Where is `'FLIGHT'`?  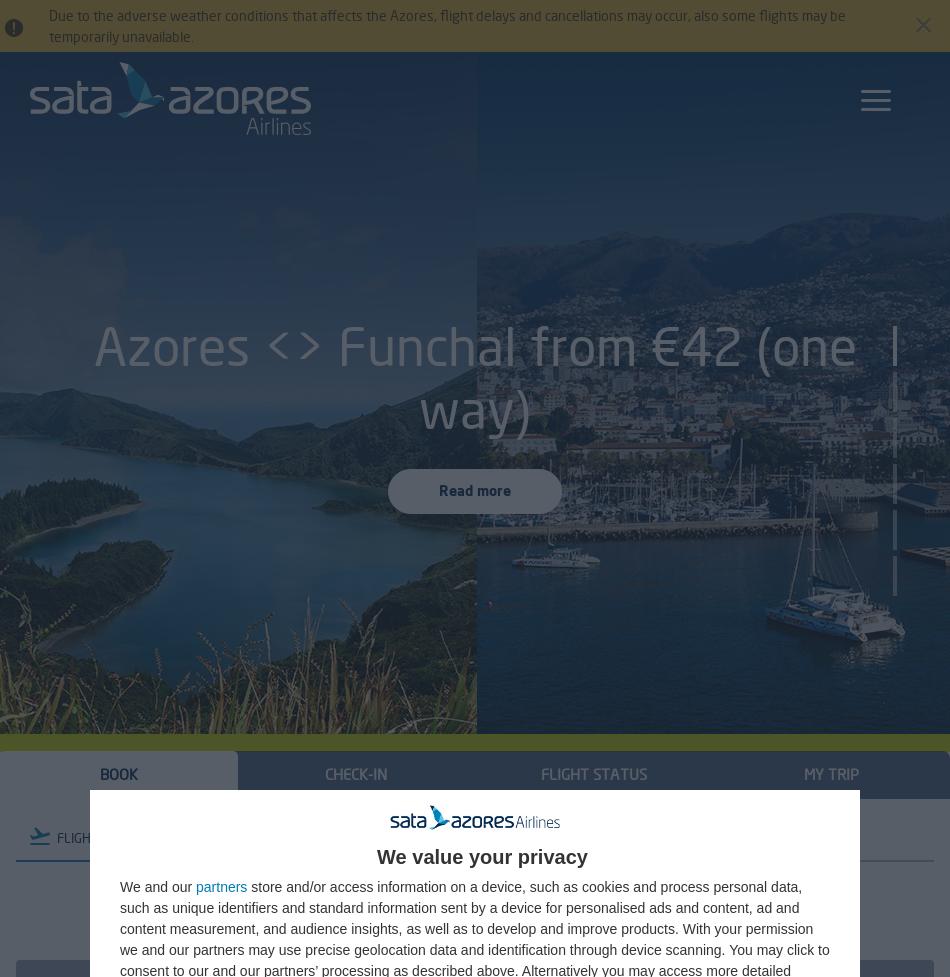 'FLIGHT' is located at coordinates (77, 836).